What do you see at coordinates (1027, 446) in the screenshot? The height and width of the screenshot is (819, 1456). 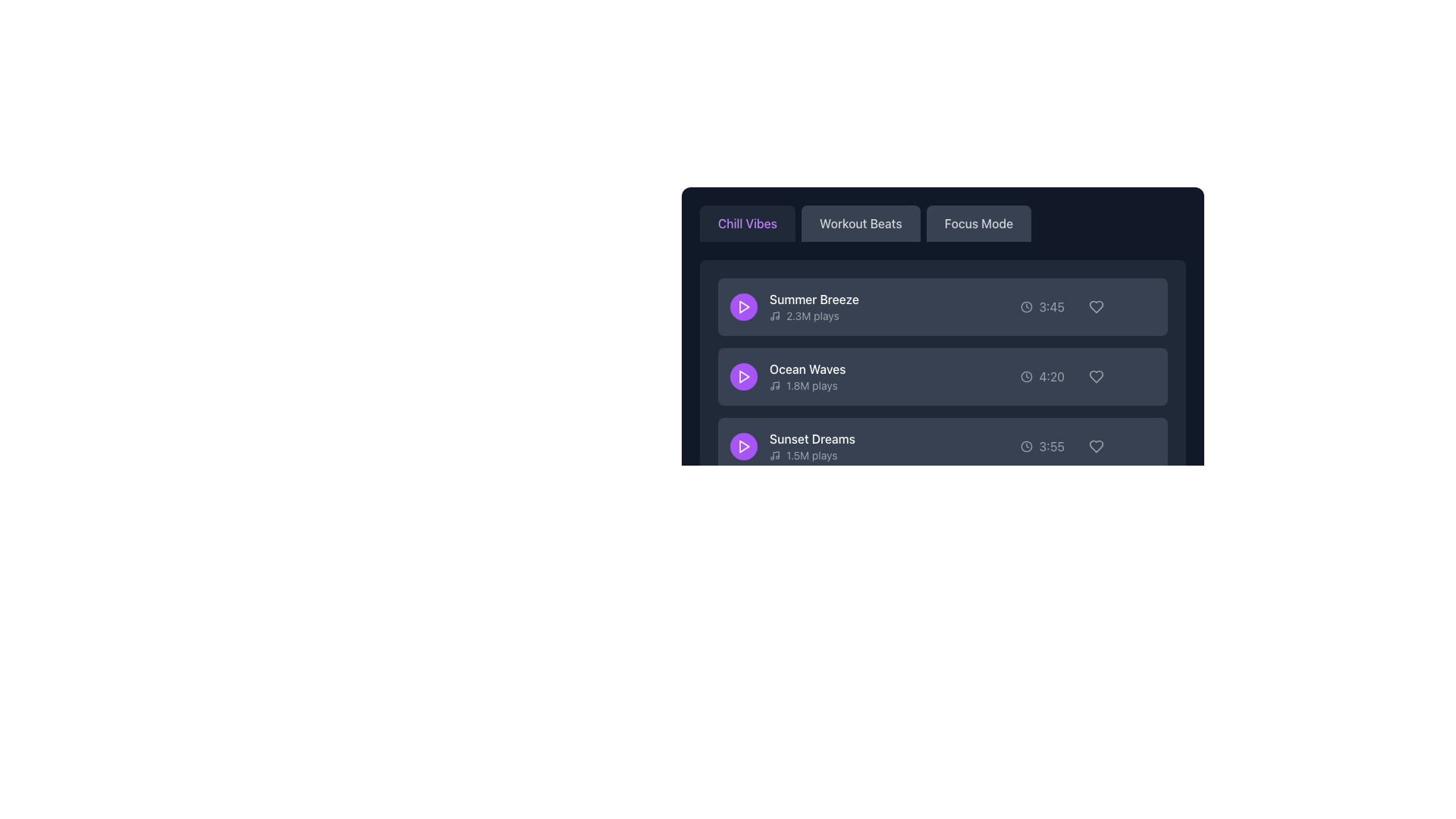 I see `the circular SVG element that is part of the clock icon located in the bottom-right corner of the third music track in the vertical list` at bounding box center [1027, 446].